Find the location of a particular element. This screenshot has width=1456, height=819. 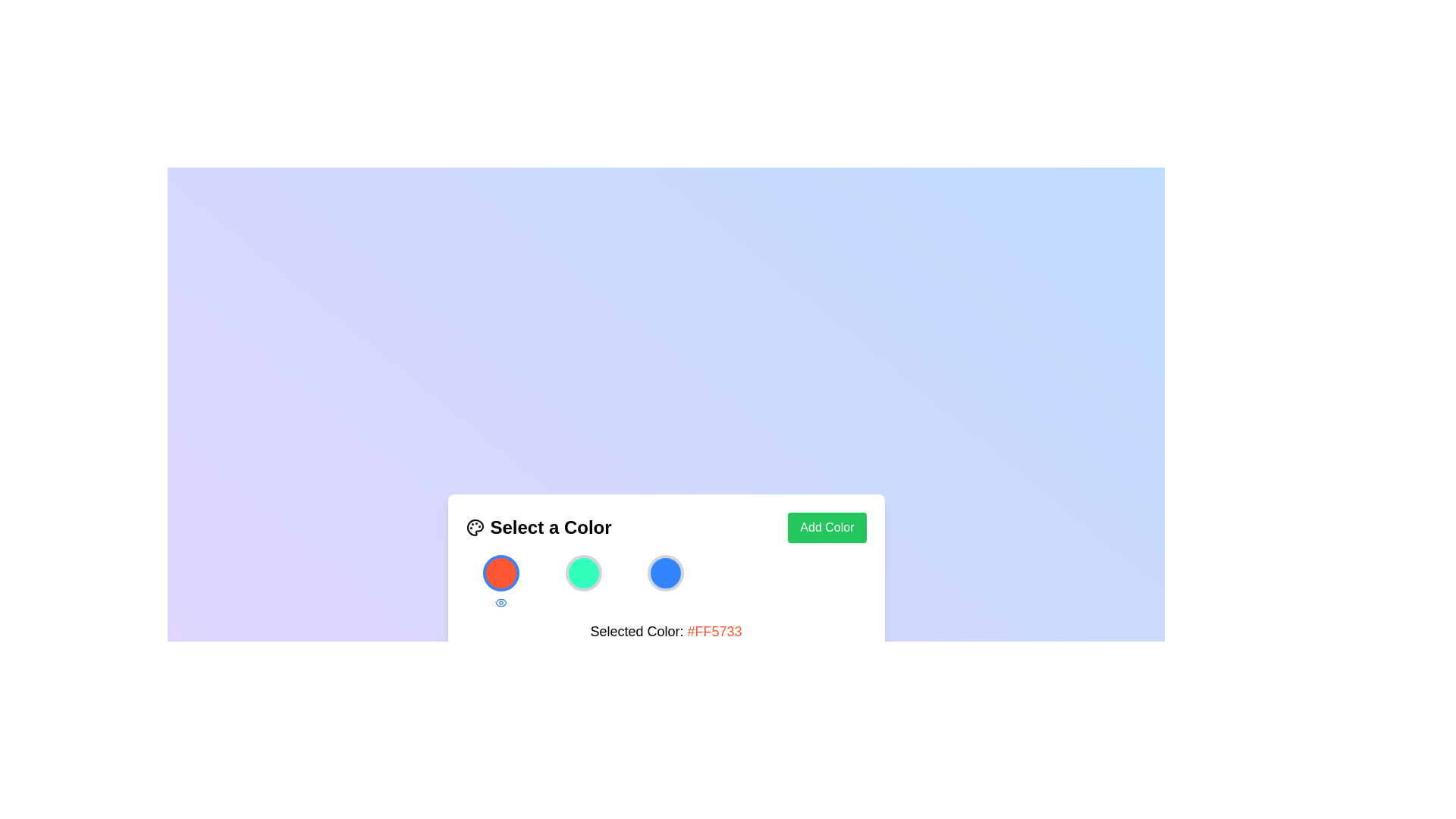

the text displaying the selected color value, specifically the colored part of the text that reads 'Selected Color: #FF5733' is located at coordinates (714, 631).